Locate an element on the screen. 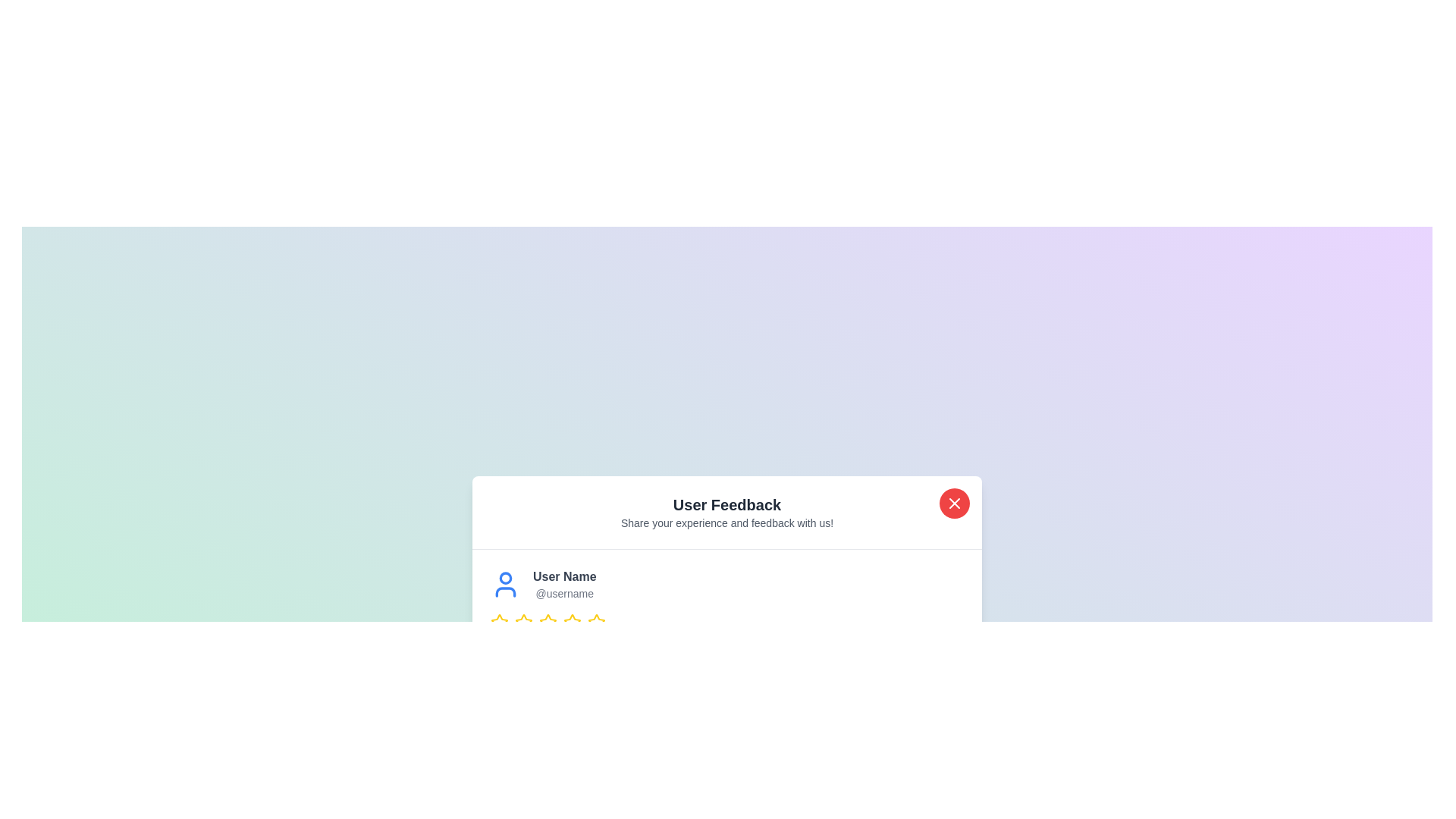 The height and width of the screenshot is (819, 1456). the fourth star icon in the horizontal row of five stars is located at coordinates (548, 622).